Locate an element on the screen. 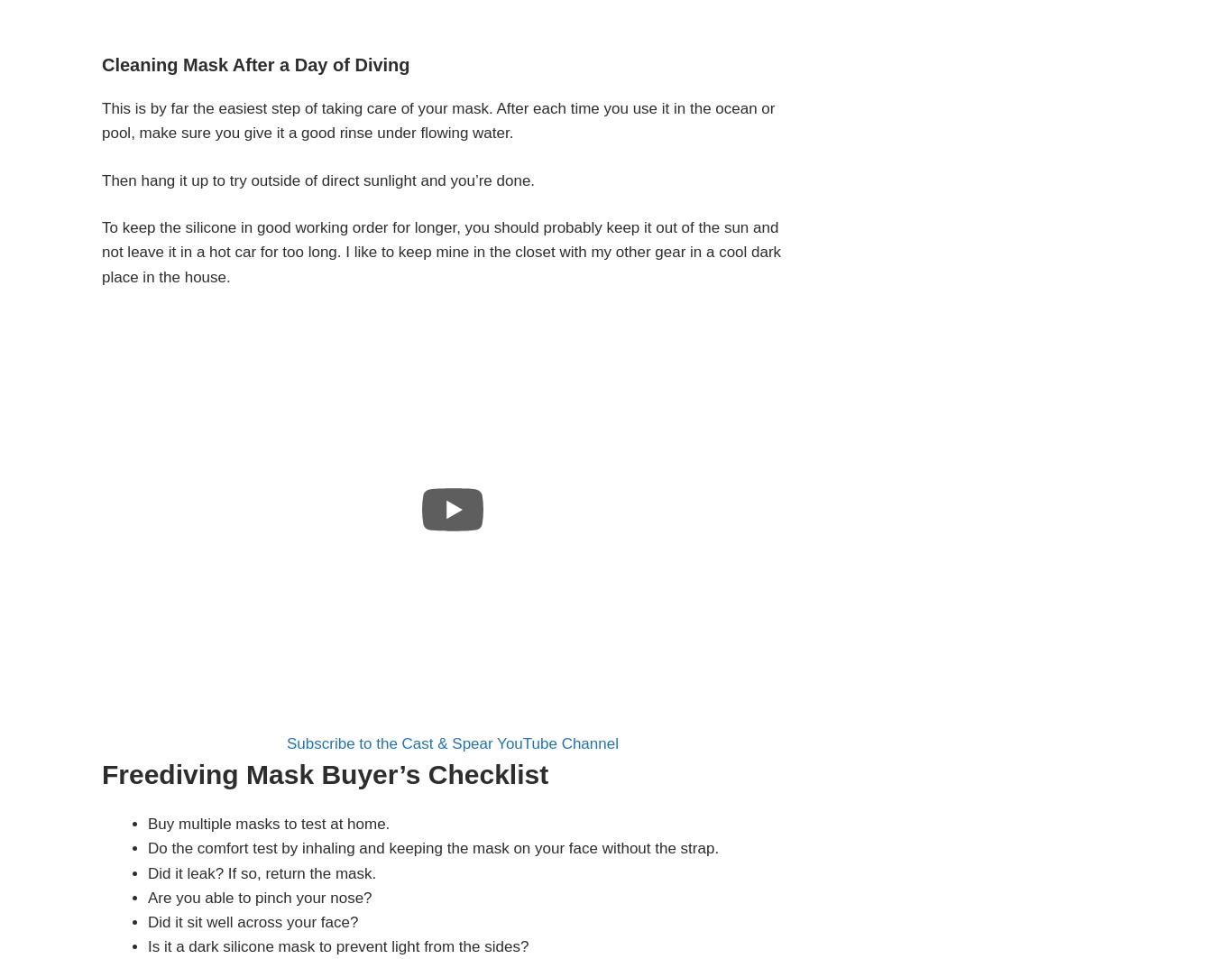 The height and width of the screenshot is (959, 1232). 'Freediving Mask Buyer’s Checklist' is located at coordinates (324, 773).